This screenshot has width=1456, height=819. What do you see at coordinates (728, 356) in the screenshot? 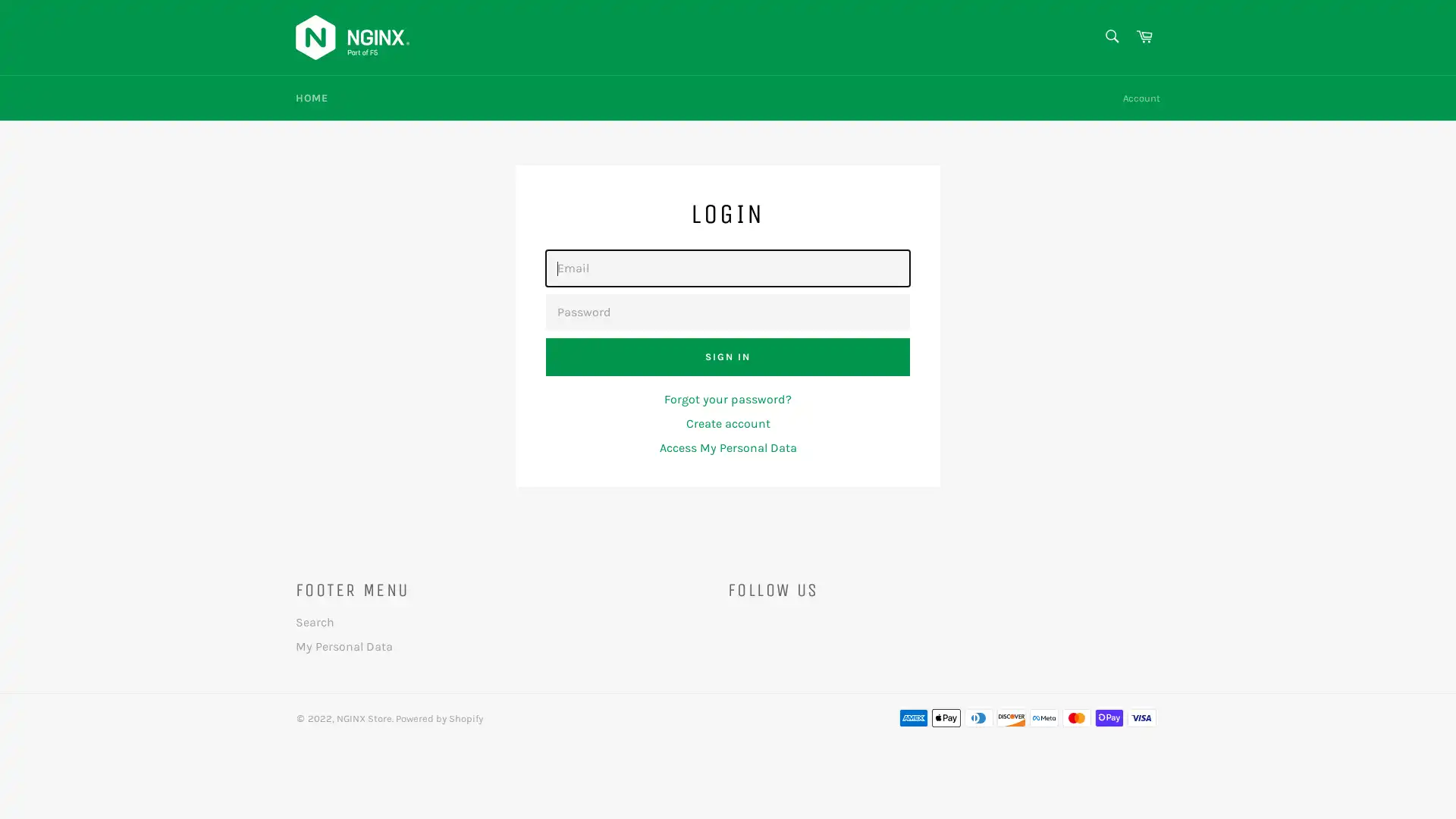
I see `Sign In` at bounding box center [728, 356].